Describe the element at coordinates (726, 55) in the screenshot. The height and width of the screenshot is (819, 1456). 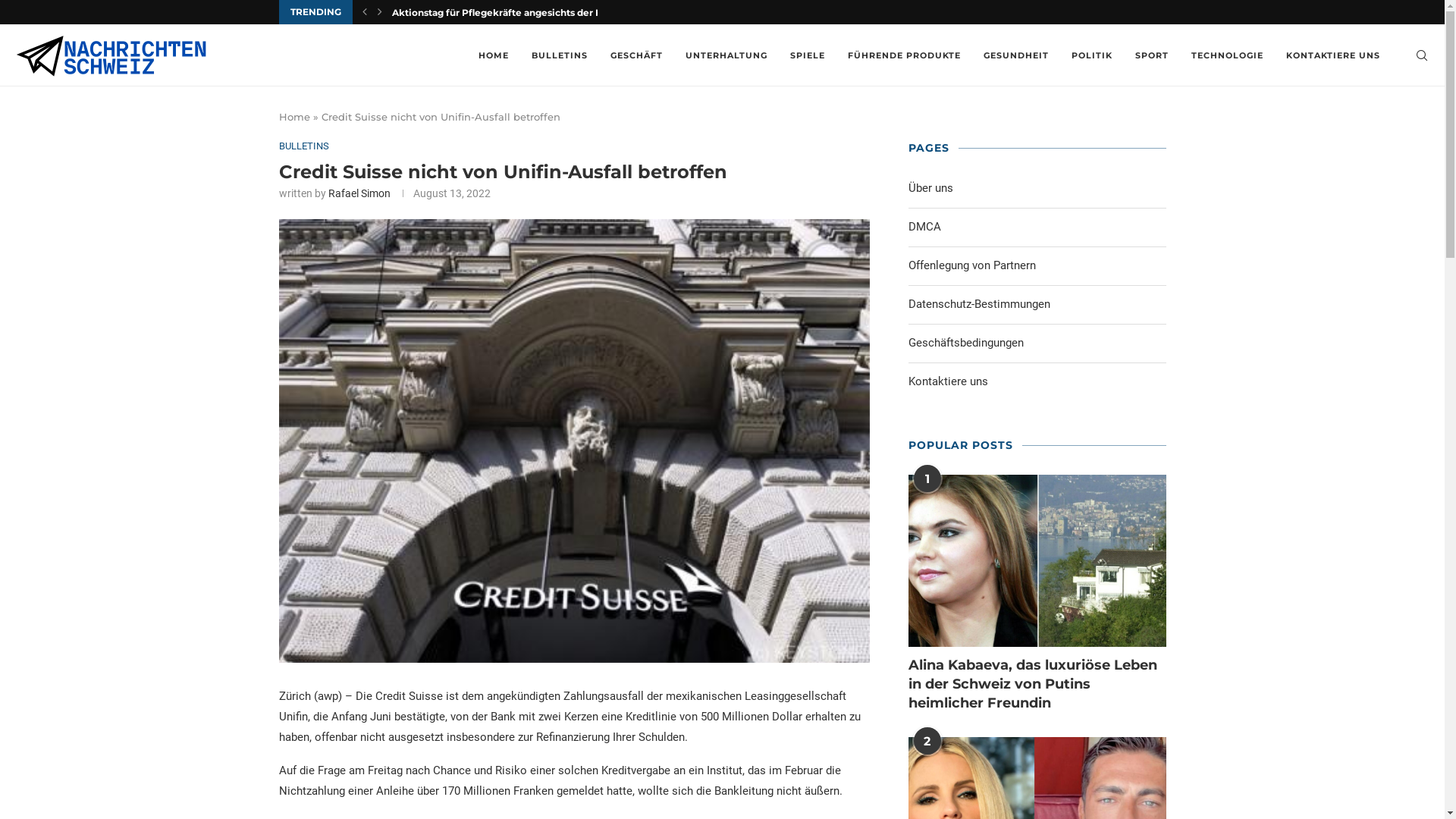
I see `'UNTERHALTUNG'` at that location.